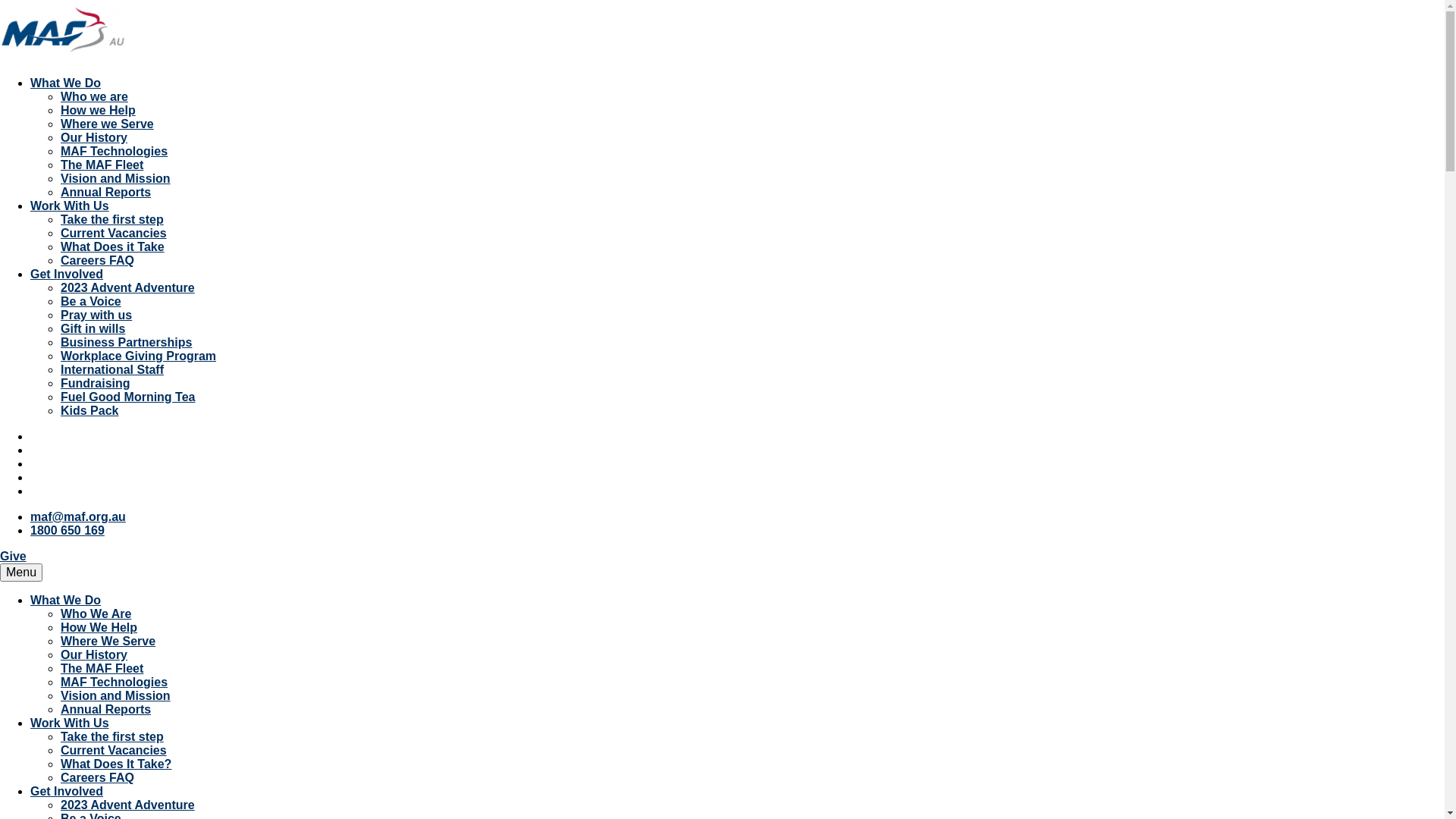 This screenshot has height=819, width=1456. What do you see at coordinates (30, 516) in the screenshot?
I see `'maf@maf.org.au'` at bounding box center [30, 516].